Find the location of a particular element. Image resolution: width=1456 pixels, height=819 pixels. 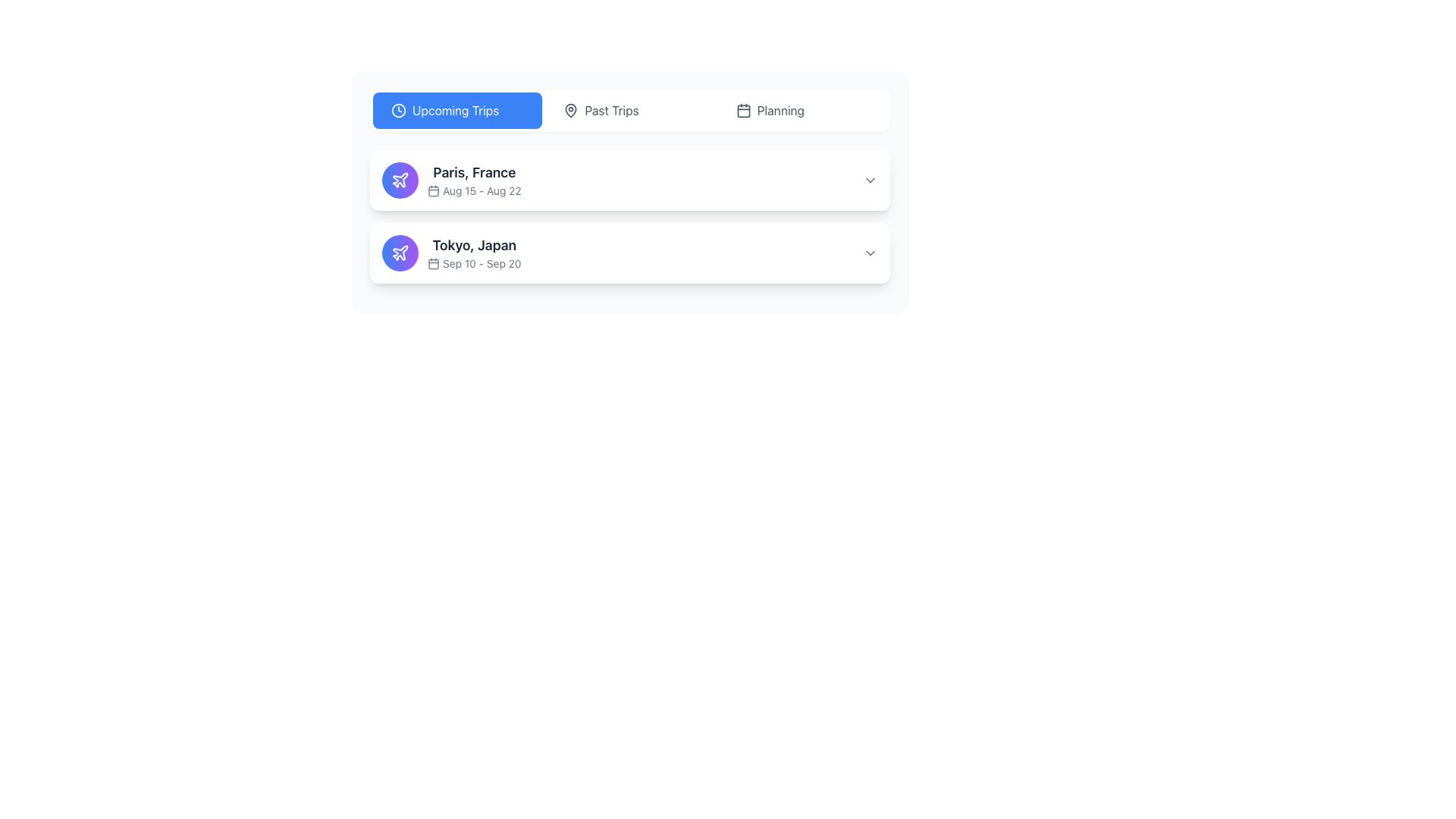

the filled rectangle component of the calendar icon, which serves a decorative purpose and is positioned near the center of the section listing trips is located at coordinates (432, 190).